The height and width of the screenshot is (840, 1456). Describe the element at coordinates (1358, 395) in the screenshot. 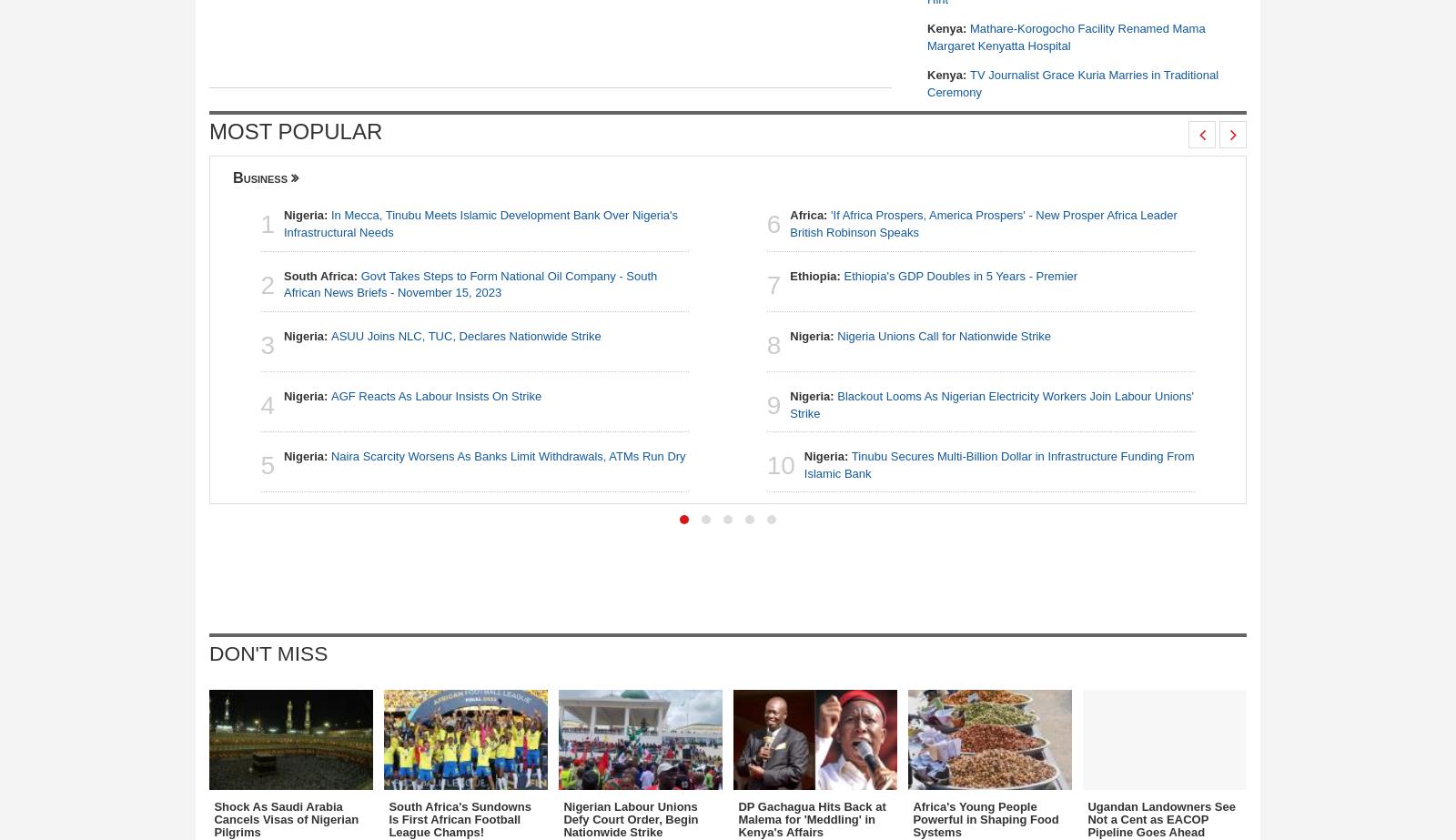

I see `'Madagascar:'` at that location.